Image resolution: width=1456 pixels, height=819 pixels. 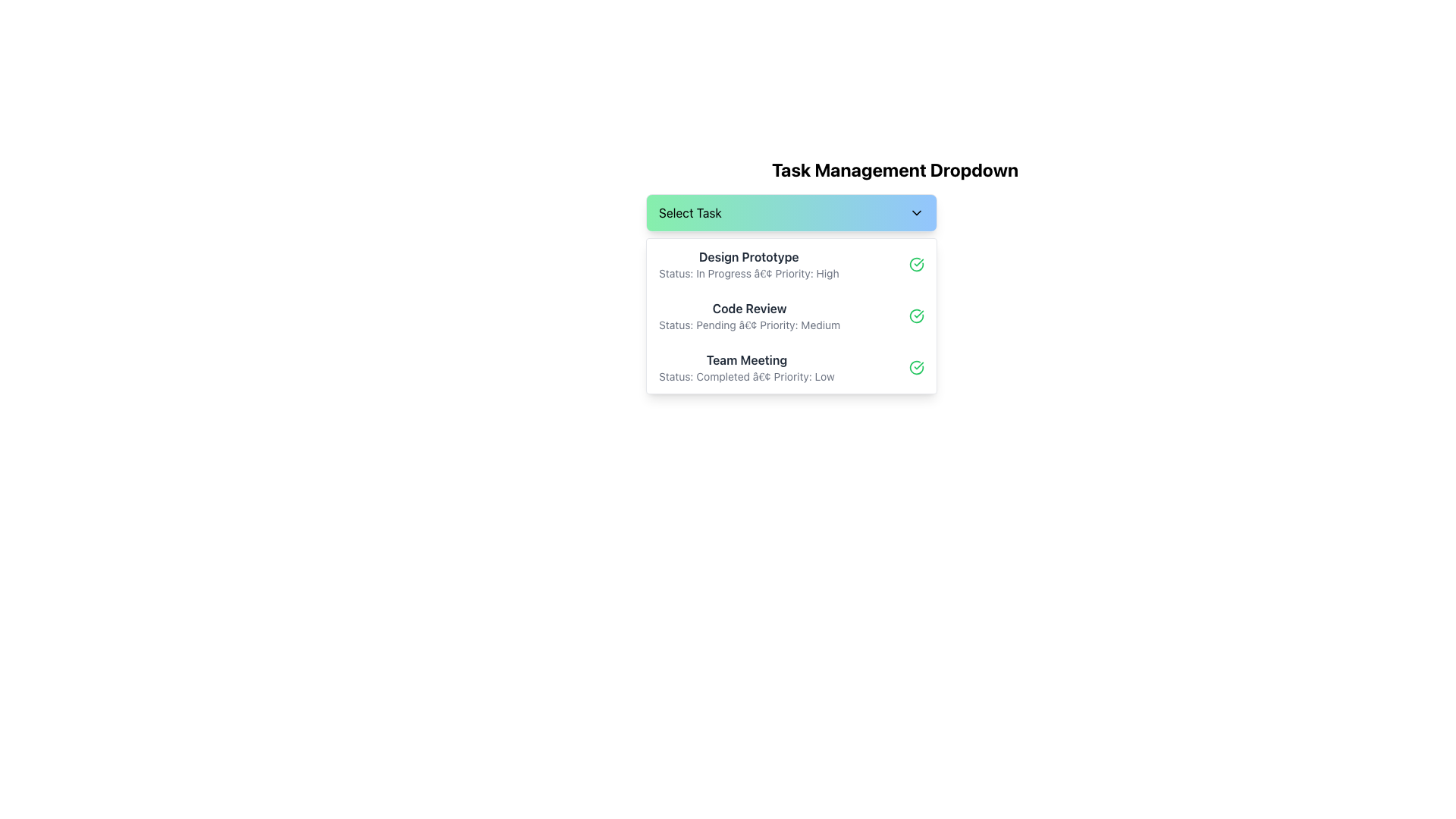 What do you see at coordinates (895, 194) in the screenshot?
I see `the 'Select Task' dropdown trigger with a gradient background` at bounding box center [895, 194].